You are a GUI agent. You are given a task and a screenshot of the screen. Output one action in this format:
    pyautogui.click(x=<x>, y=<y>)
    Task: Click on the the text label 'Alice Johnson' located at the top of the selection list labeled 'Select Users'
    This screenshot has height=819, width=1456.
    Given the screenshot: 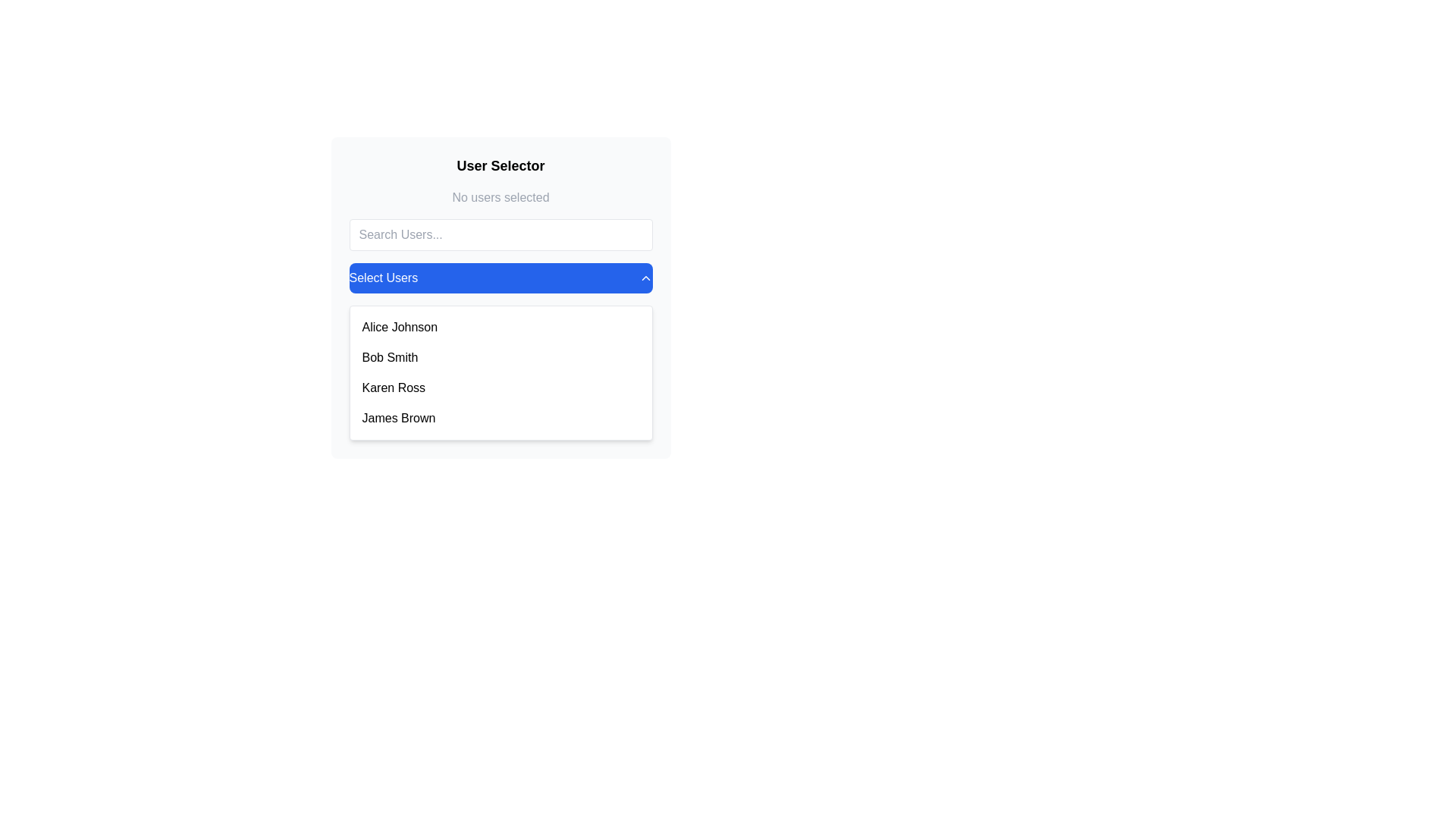 What is the action you would take?
    pyautogui.click(x=400, y=327)
    